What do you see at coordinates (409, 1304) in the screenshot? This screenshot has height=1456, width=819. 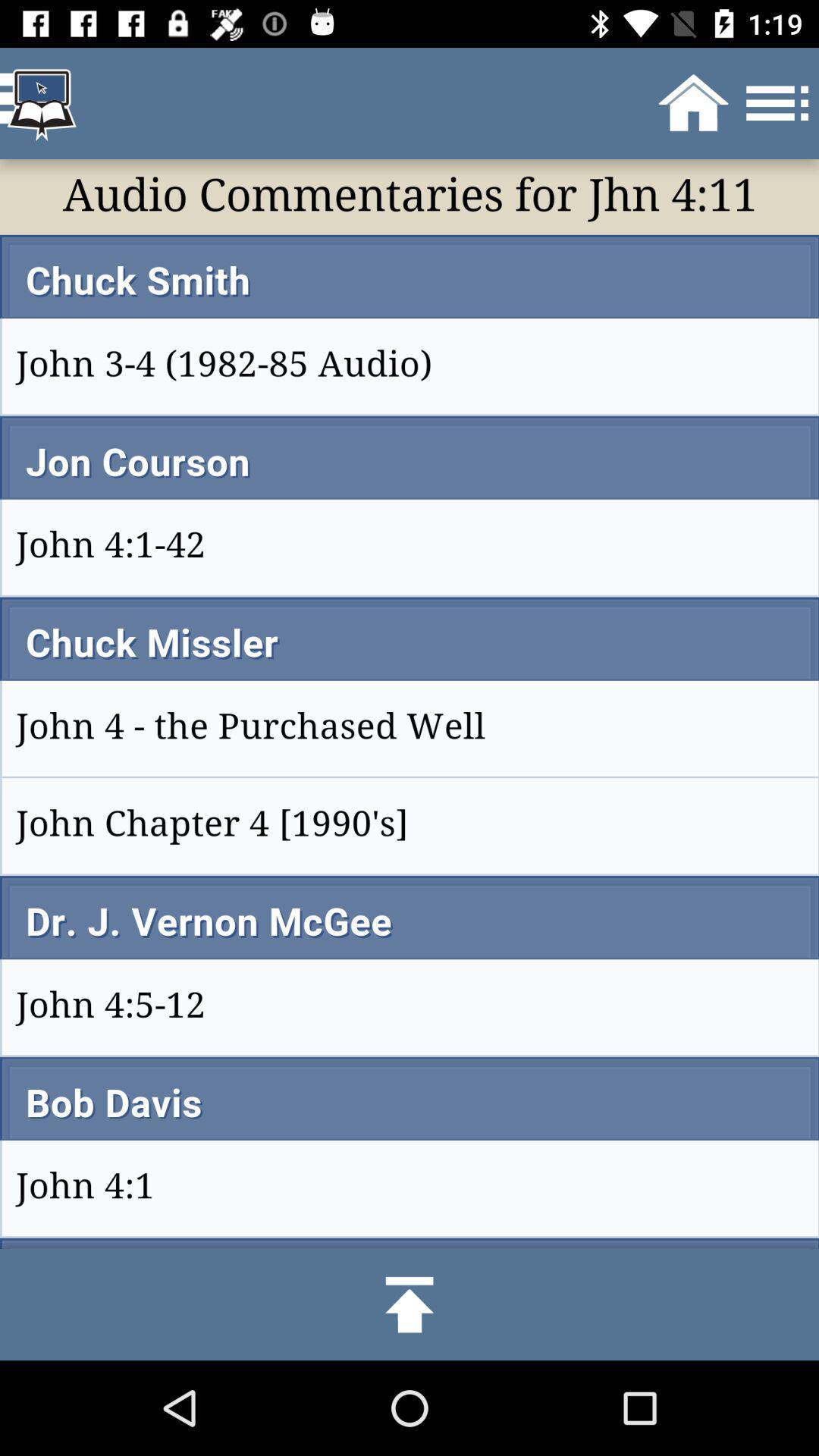 I see `click the upload option` at bounding box center [409, 1304].